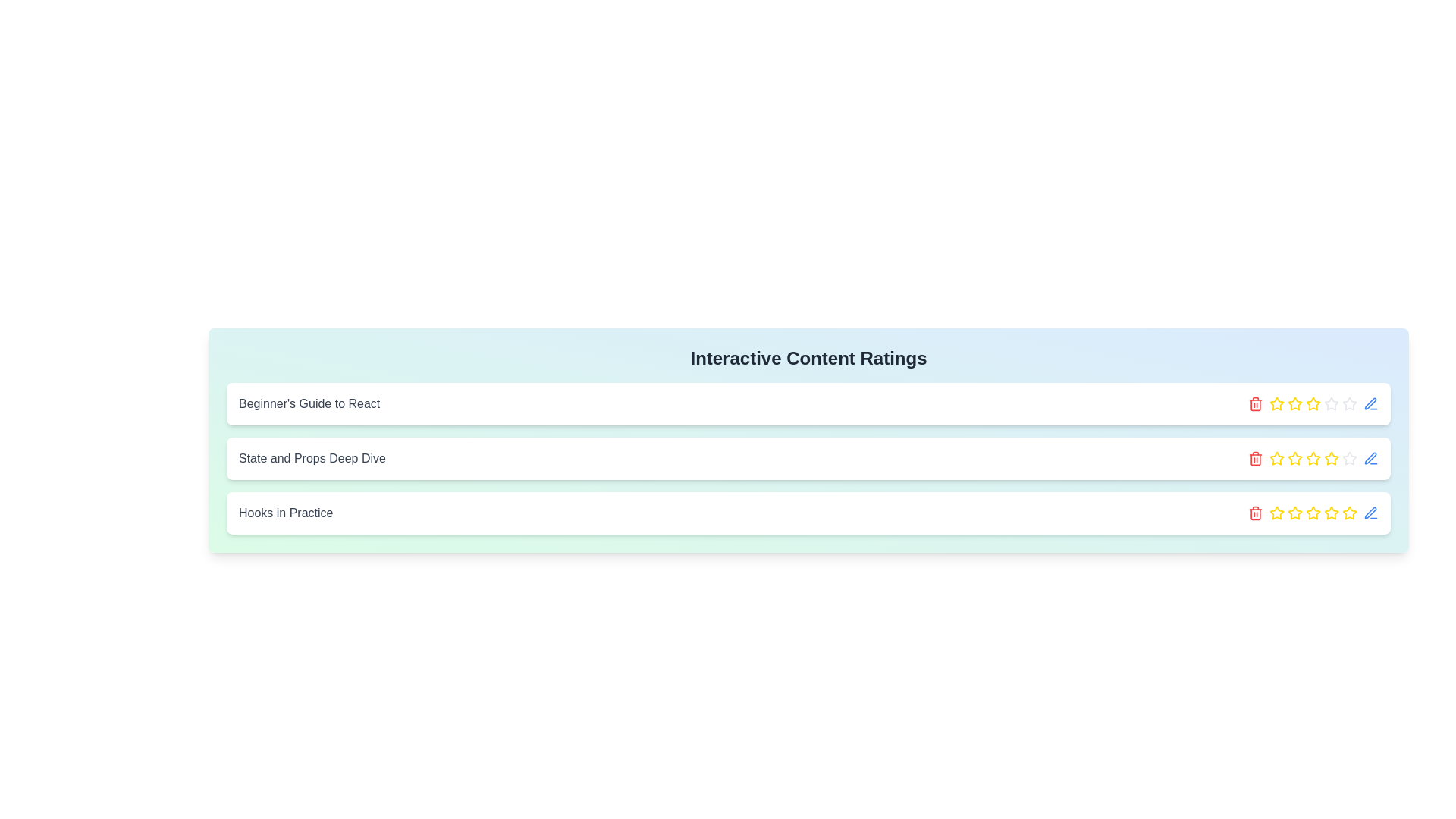 The height and width of the screenshot is (819, 1456). Describe the element at coordinates (1294, 403) in the screenshot. I see `the third star icon in the five-star rating system` at that location.